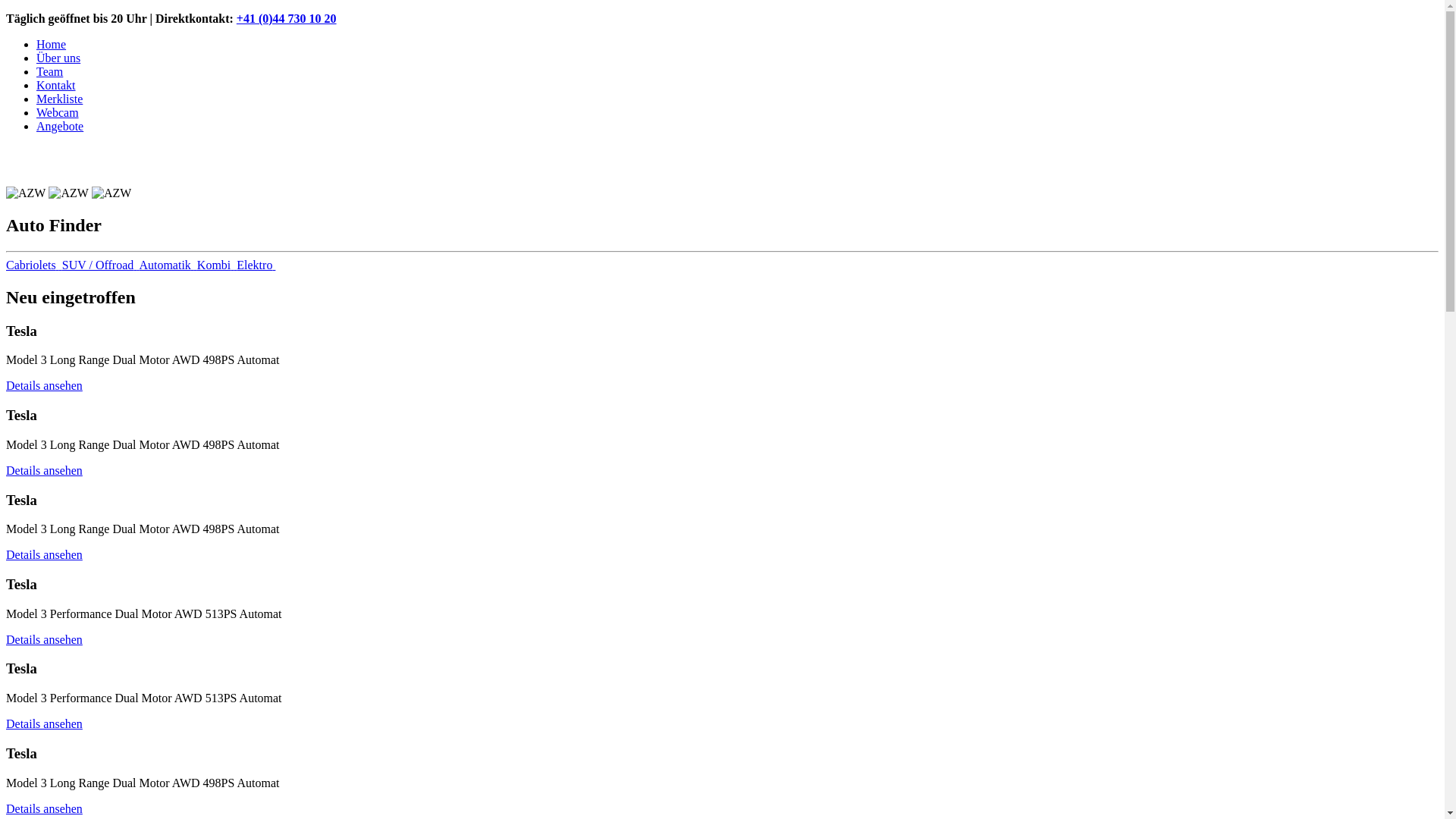 The image size is (1456, 819). Describe the element at coordinates (51, 43) in the screenshot. I see `'Home'` at that location.